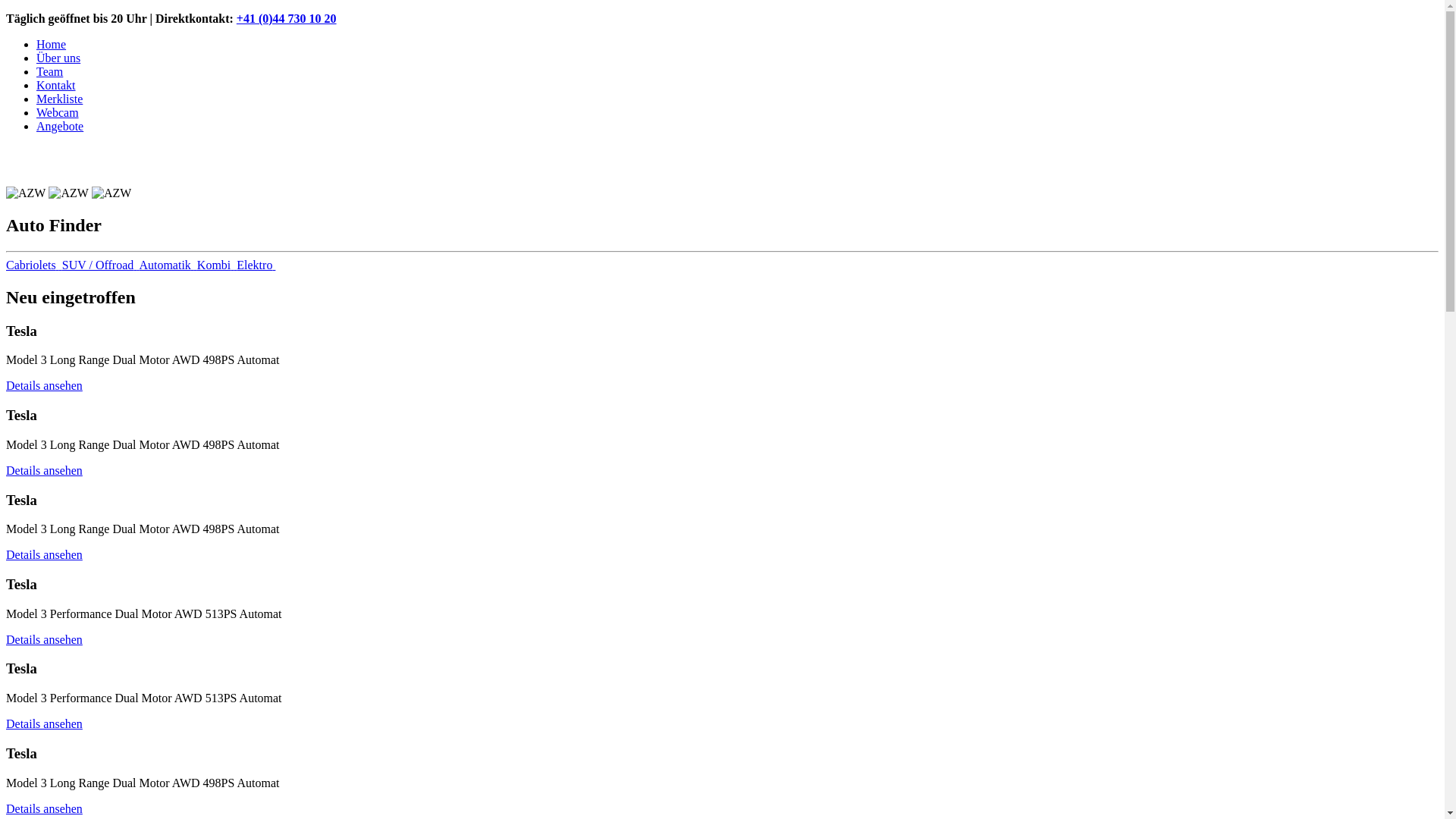 The image size is (1456, 819). Describe the element at coordinates (51, 43) in the screenshot. I see `'Home'` at that location.